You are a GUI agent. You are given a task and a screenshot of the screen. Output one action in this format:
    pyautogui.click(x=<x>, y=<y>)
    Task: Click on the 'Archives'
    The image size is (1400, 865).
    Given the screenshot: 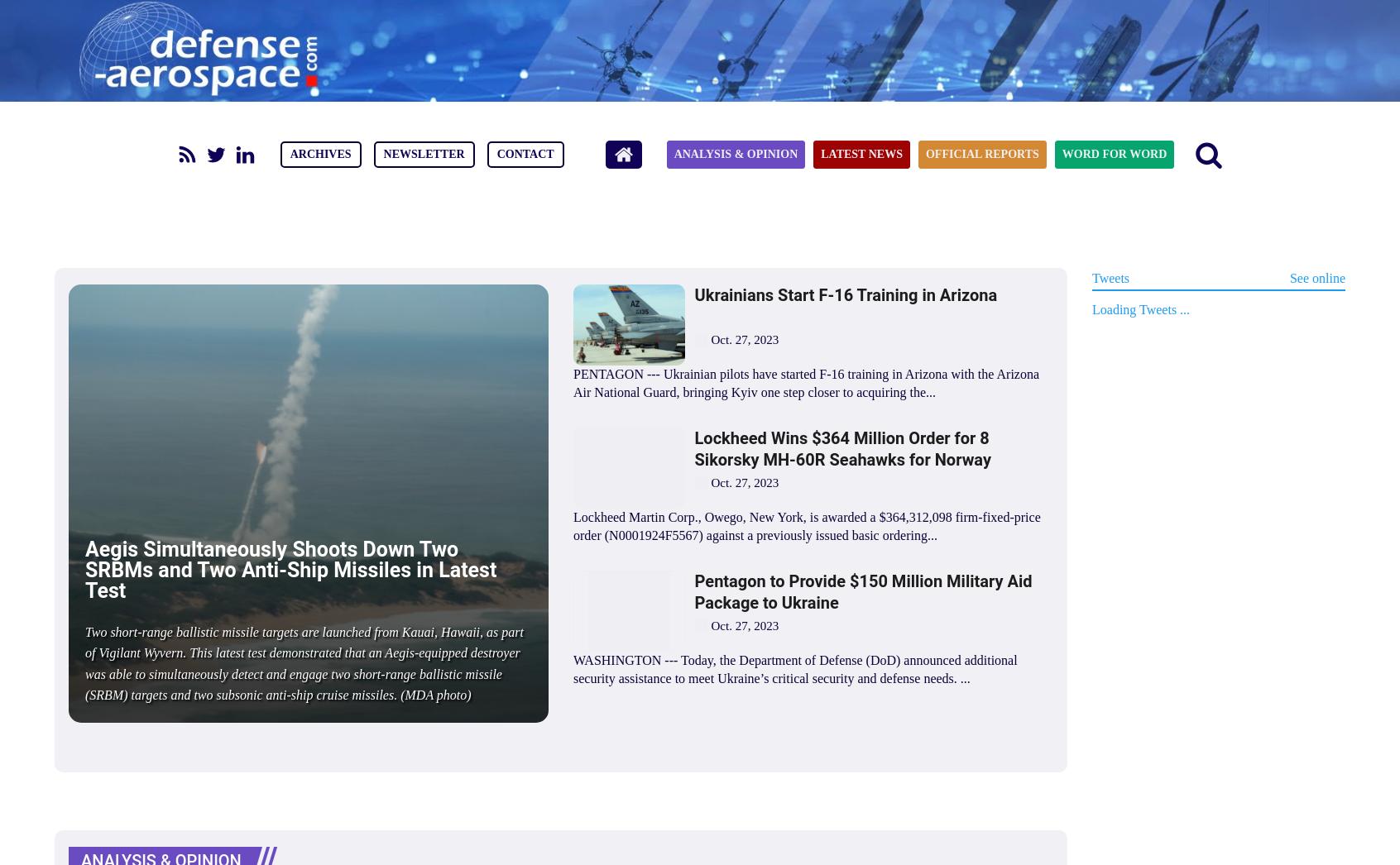 What is the action you would take?
    pyautogui.click(x=319, y=154)
    